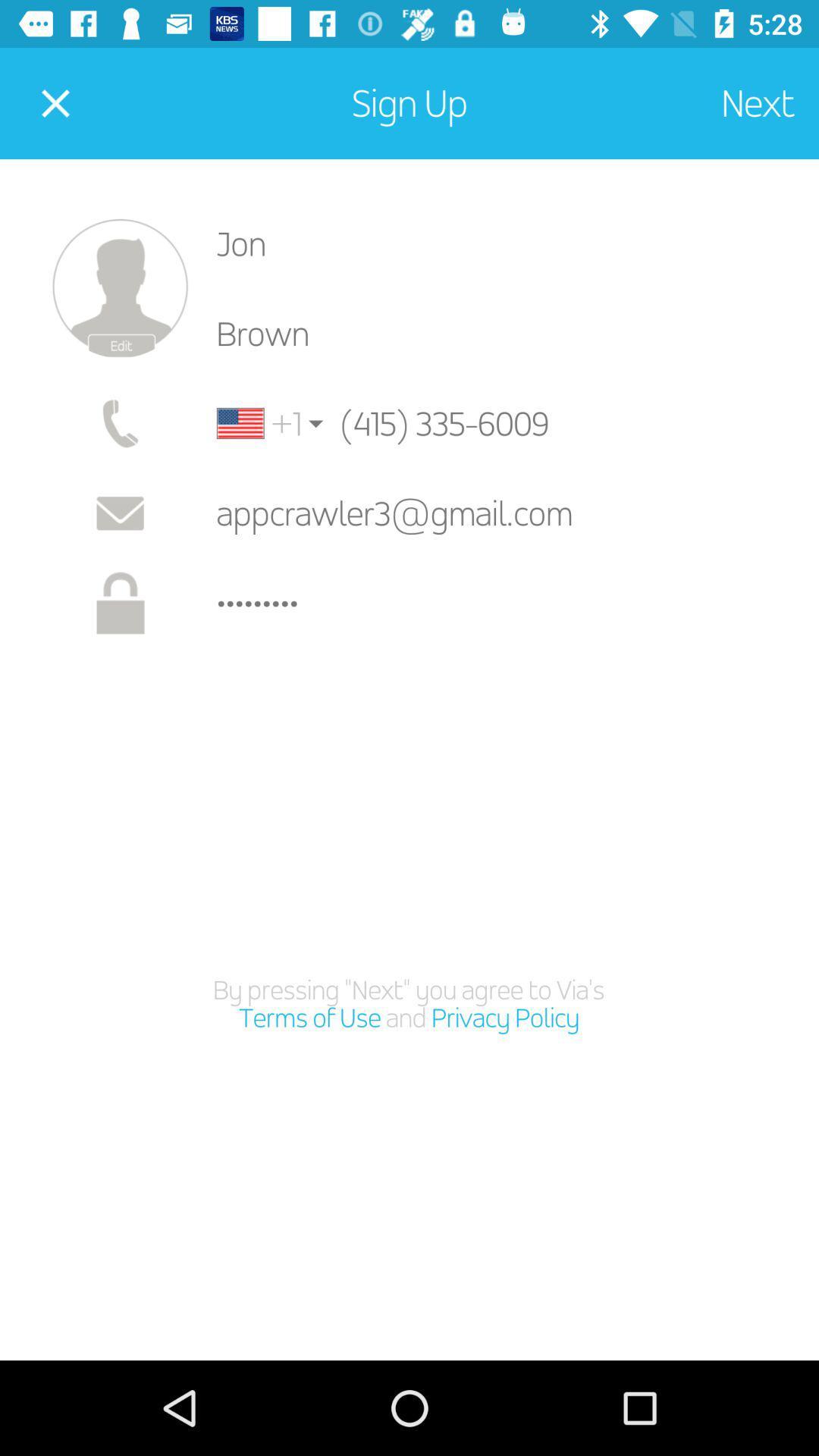  What do you see at coordinates (408, 1004) in the screenshot?
I see `the by pressing next icon` at bounding box center [408, 1004].